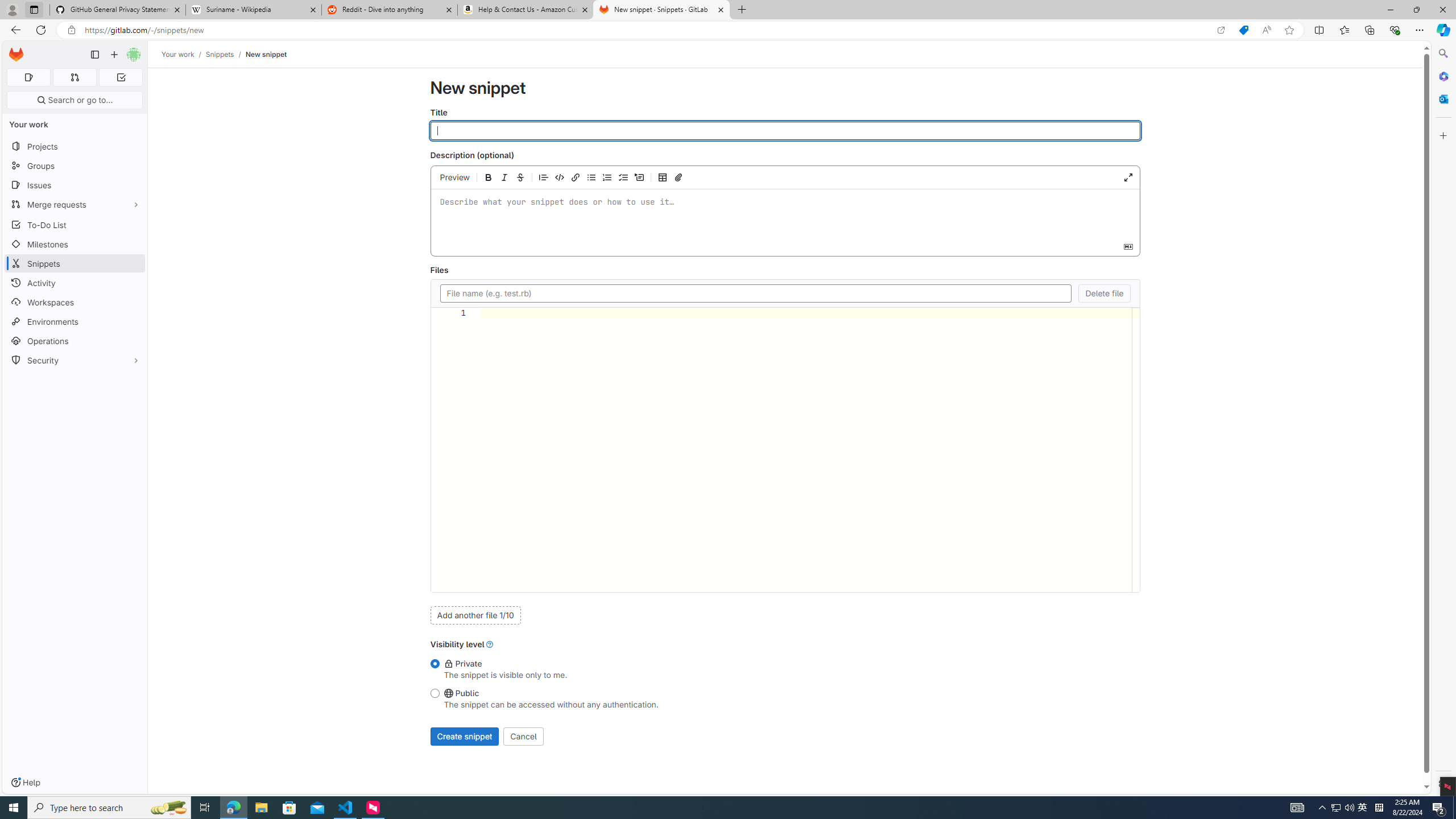 The image size is (1456, 819). Describe the element at coordinates (74, 283) in the screenshot. I see `'Activity'` at that location.